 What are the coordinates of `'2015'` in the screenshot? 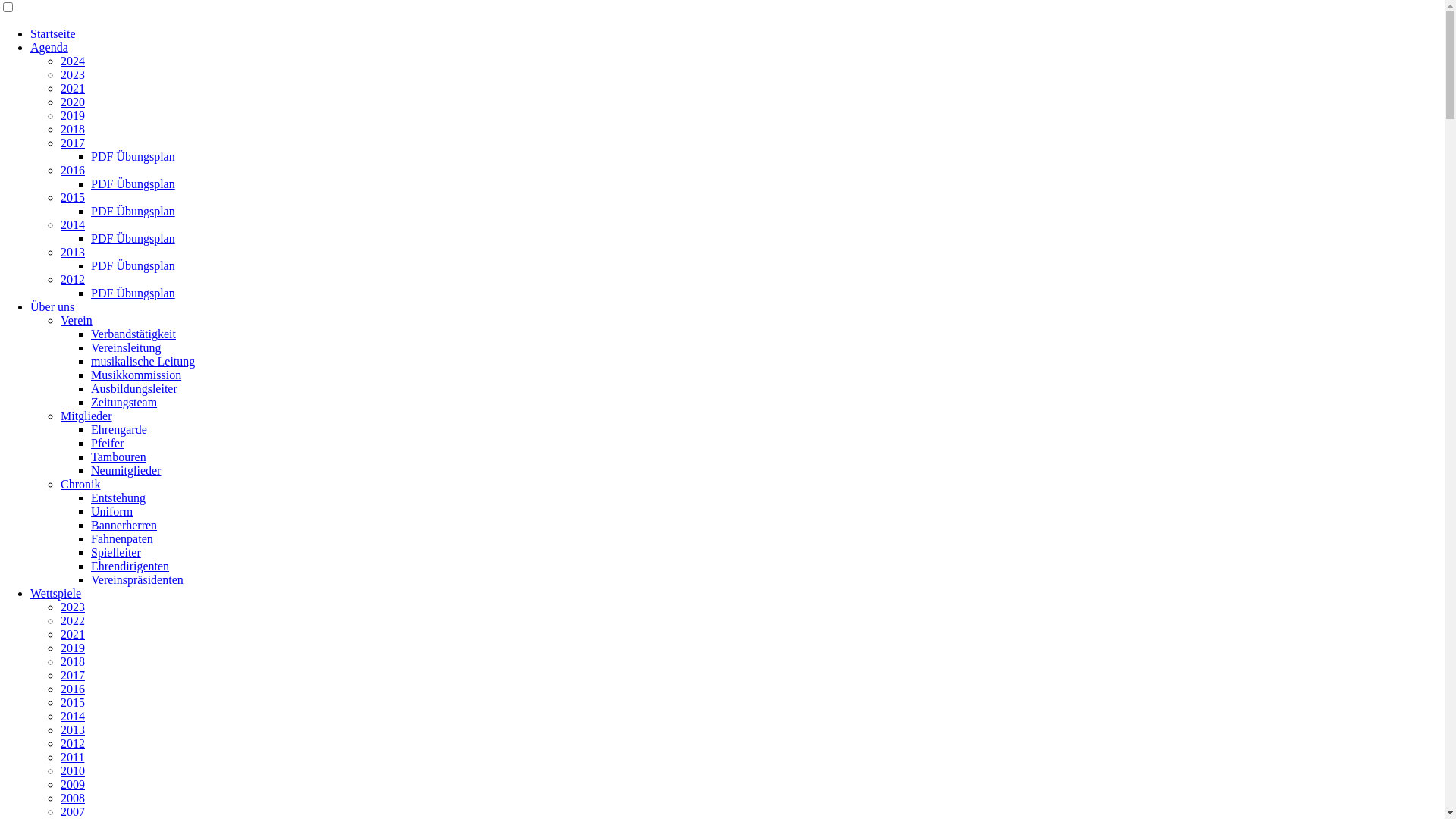 It's located at (61, 196).